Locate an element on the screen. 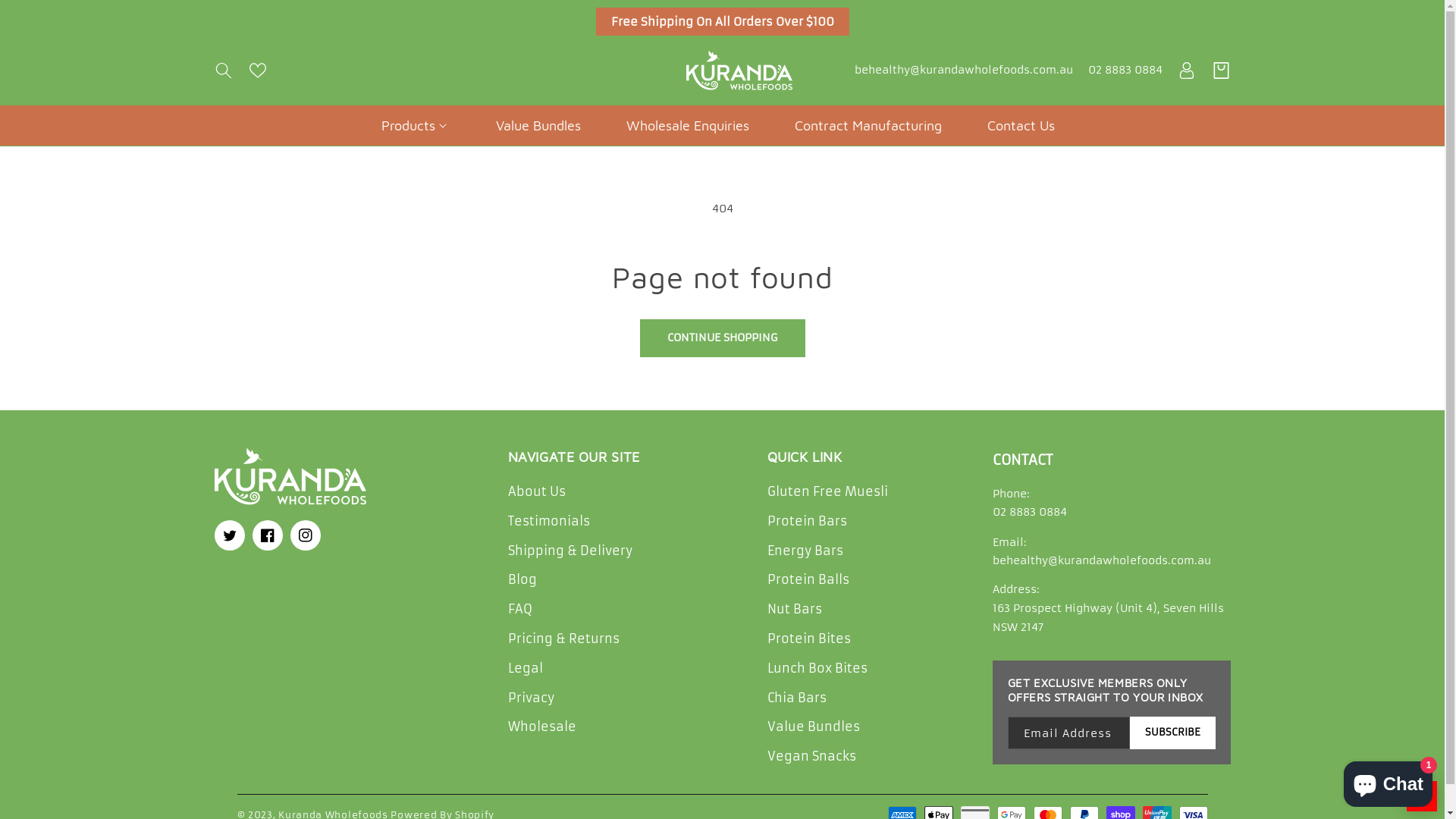 The width and height of the screenshot is (1456, 819). 'Vegan Snacks' is located at coordinates (811, 756).